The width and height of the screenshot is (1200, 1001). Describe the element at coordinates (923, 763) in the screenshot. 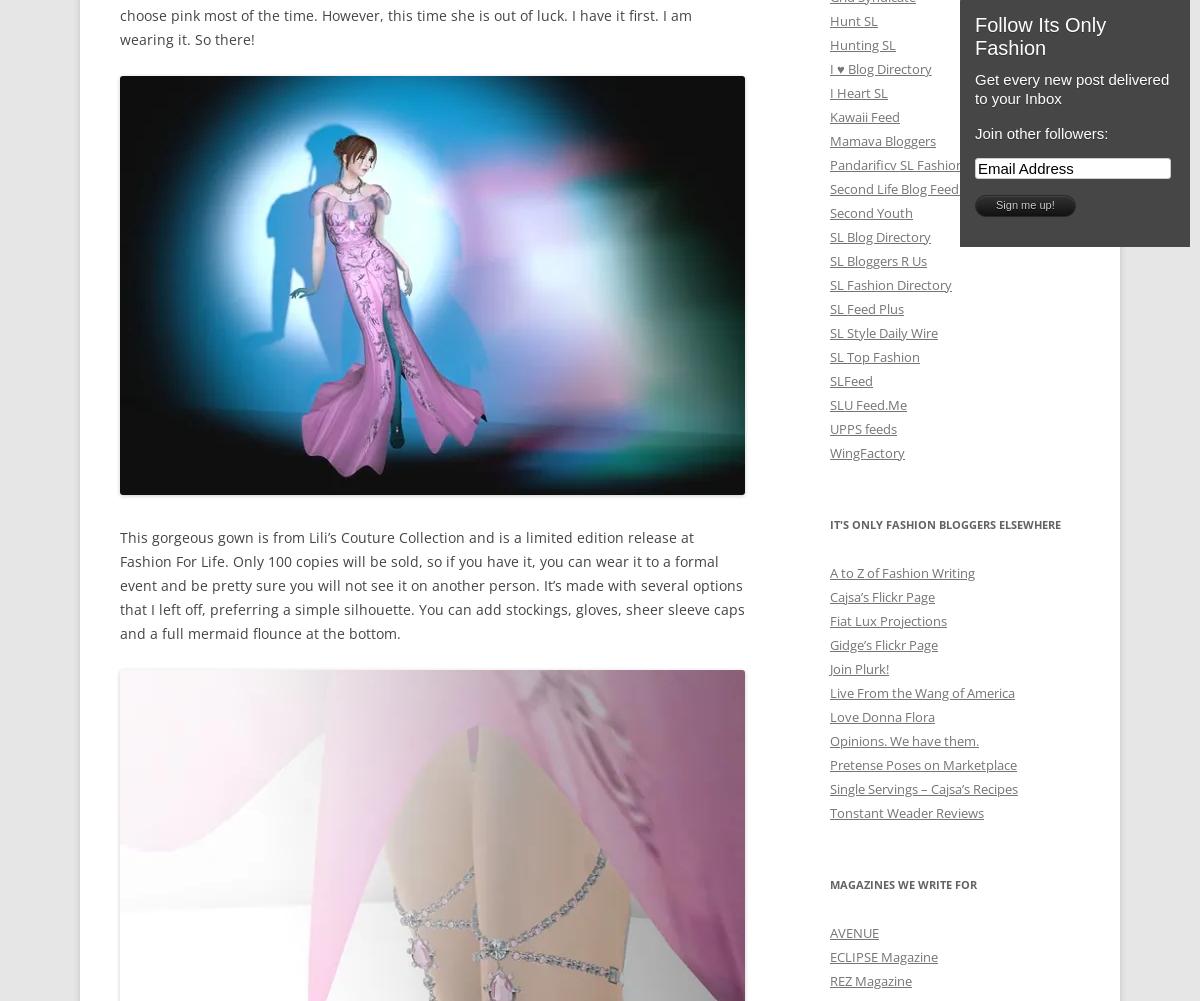

I see `'Pretense Poses on Marketplace'` at that location.